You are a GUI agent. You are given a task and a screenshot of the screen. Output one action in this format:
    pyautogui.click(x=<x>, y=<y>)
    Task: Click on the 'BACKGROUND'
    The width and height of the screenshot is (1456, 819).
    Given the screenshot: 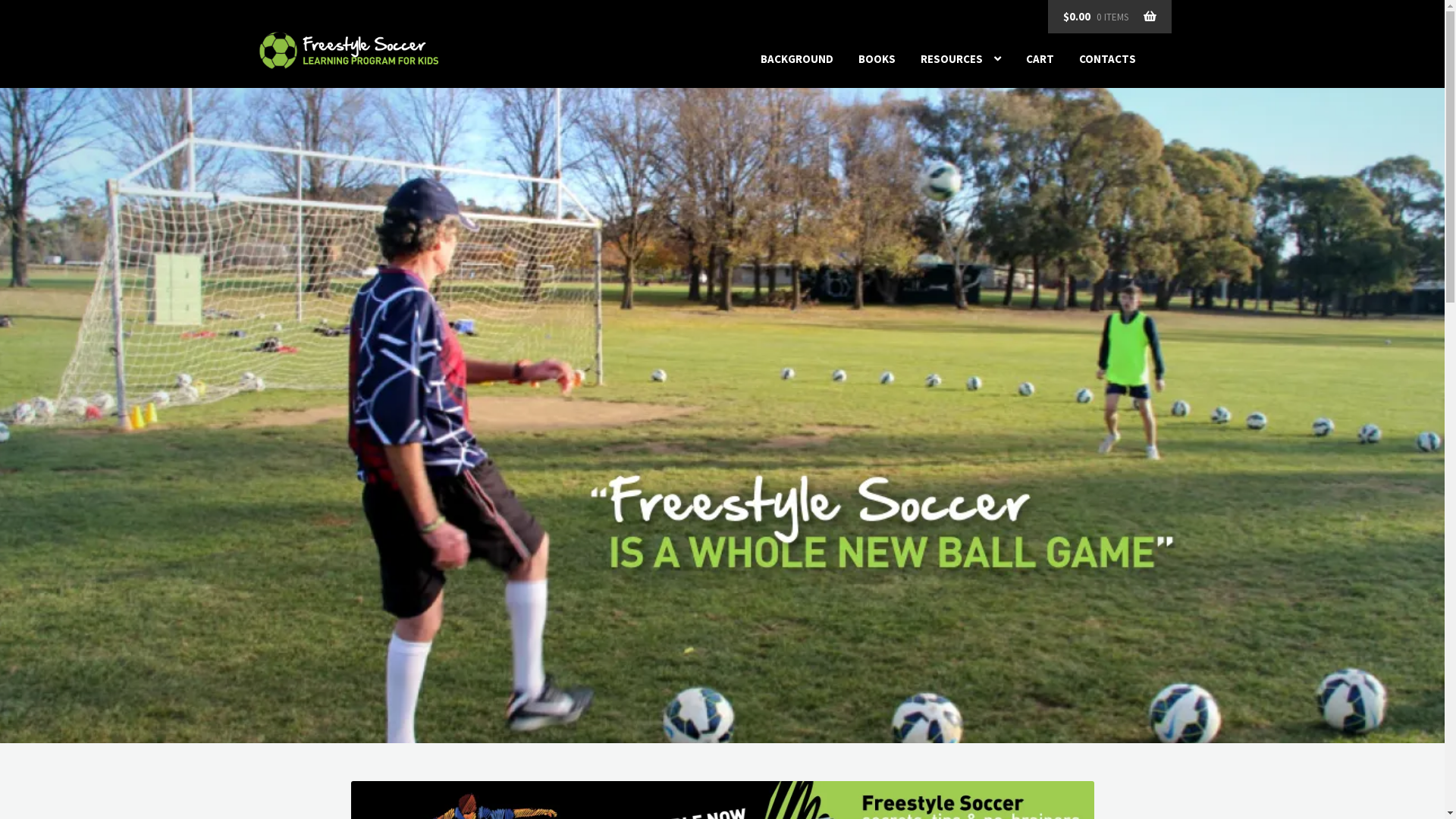 What is the action you would take?
    pyautogui.click(x=796, y=58)
    